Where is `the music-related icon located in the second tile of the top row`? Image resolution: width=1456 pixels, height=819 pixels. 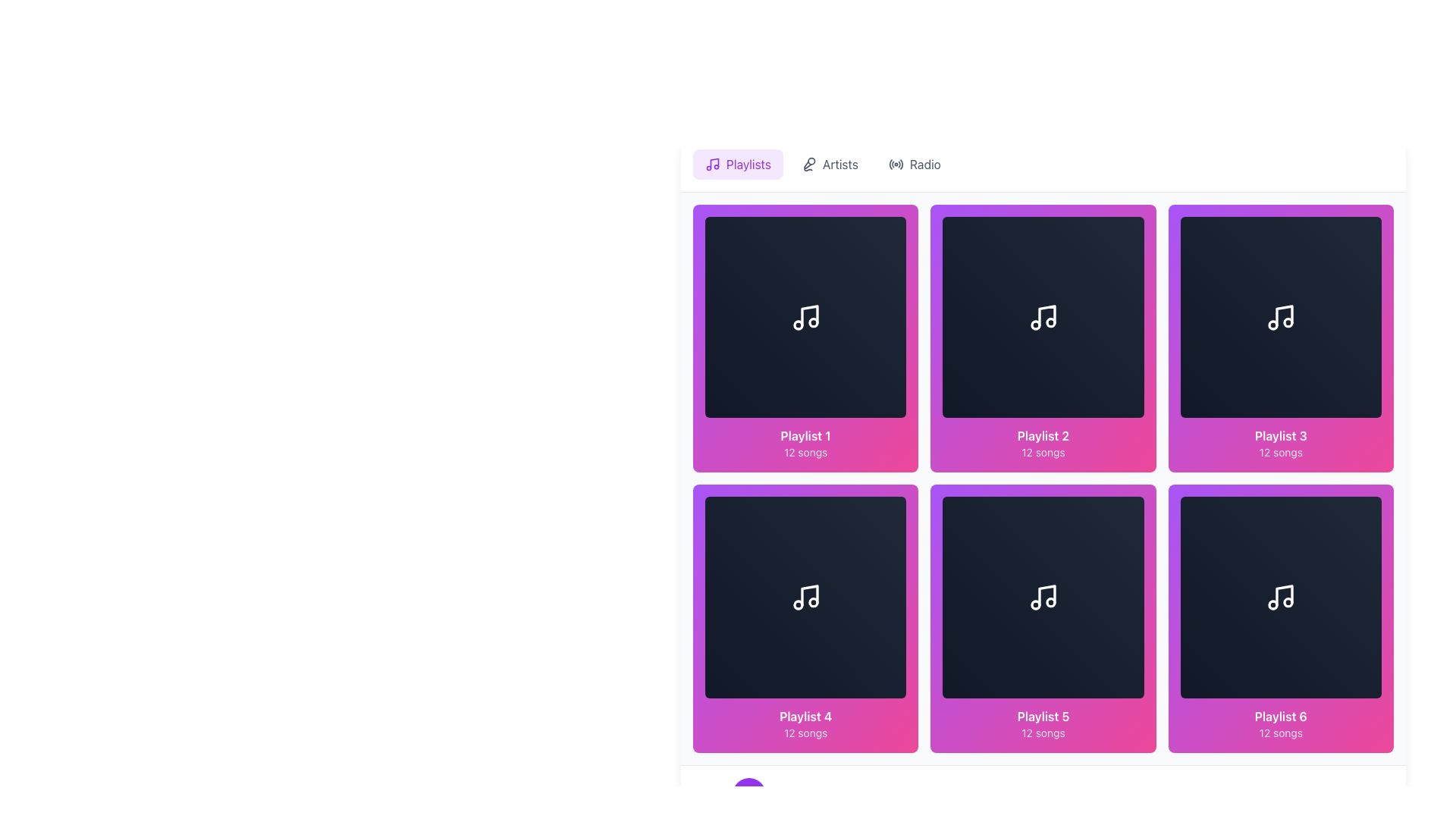 the music-related icon located in the second tile of the top row is located at coordinates (1043, 316).